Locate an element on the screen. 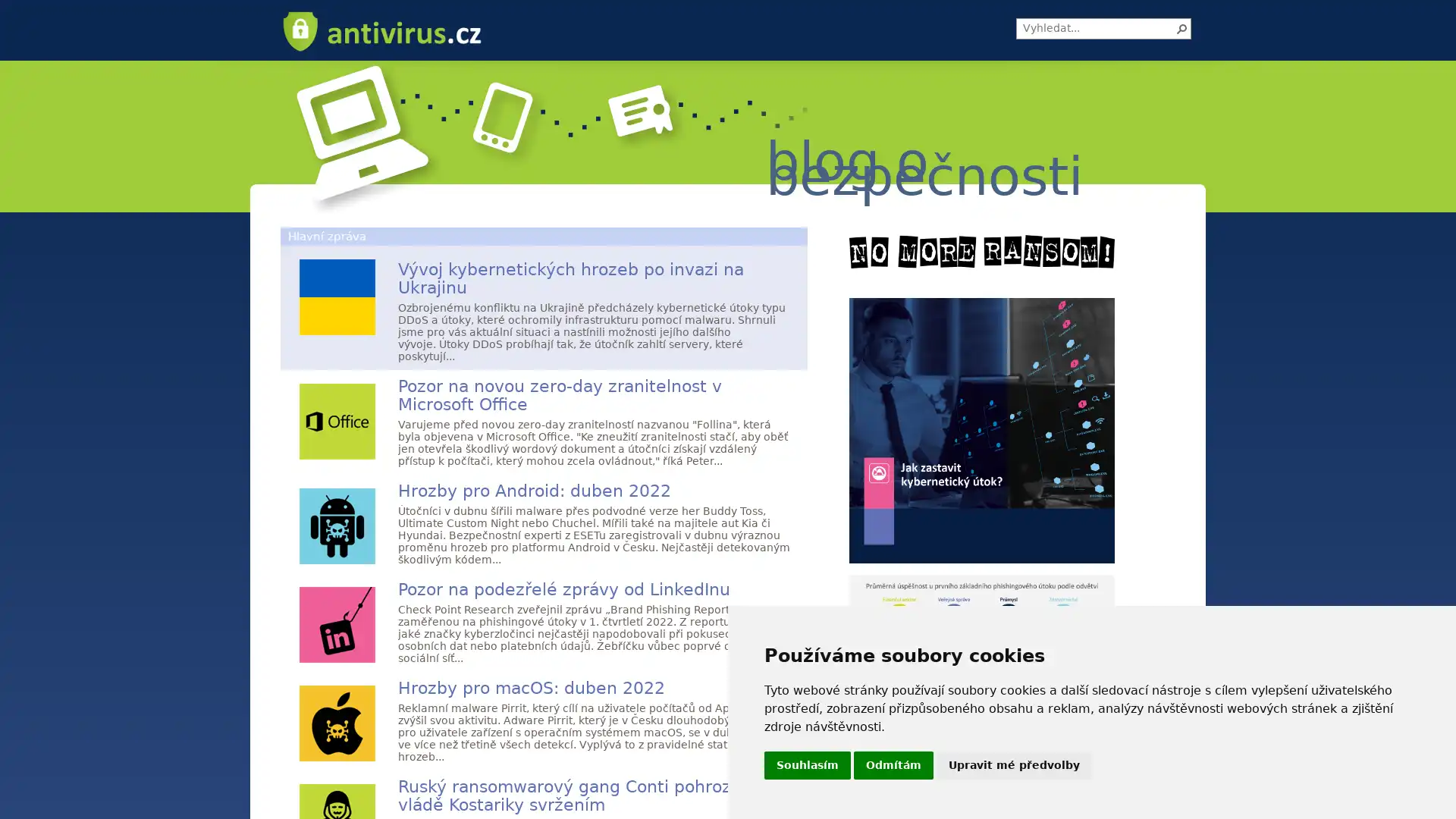 This screenshot has width=1456, height=819. Upravit me predvolby is located at coordinates (1014, 765).